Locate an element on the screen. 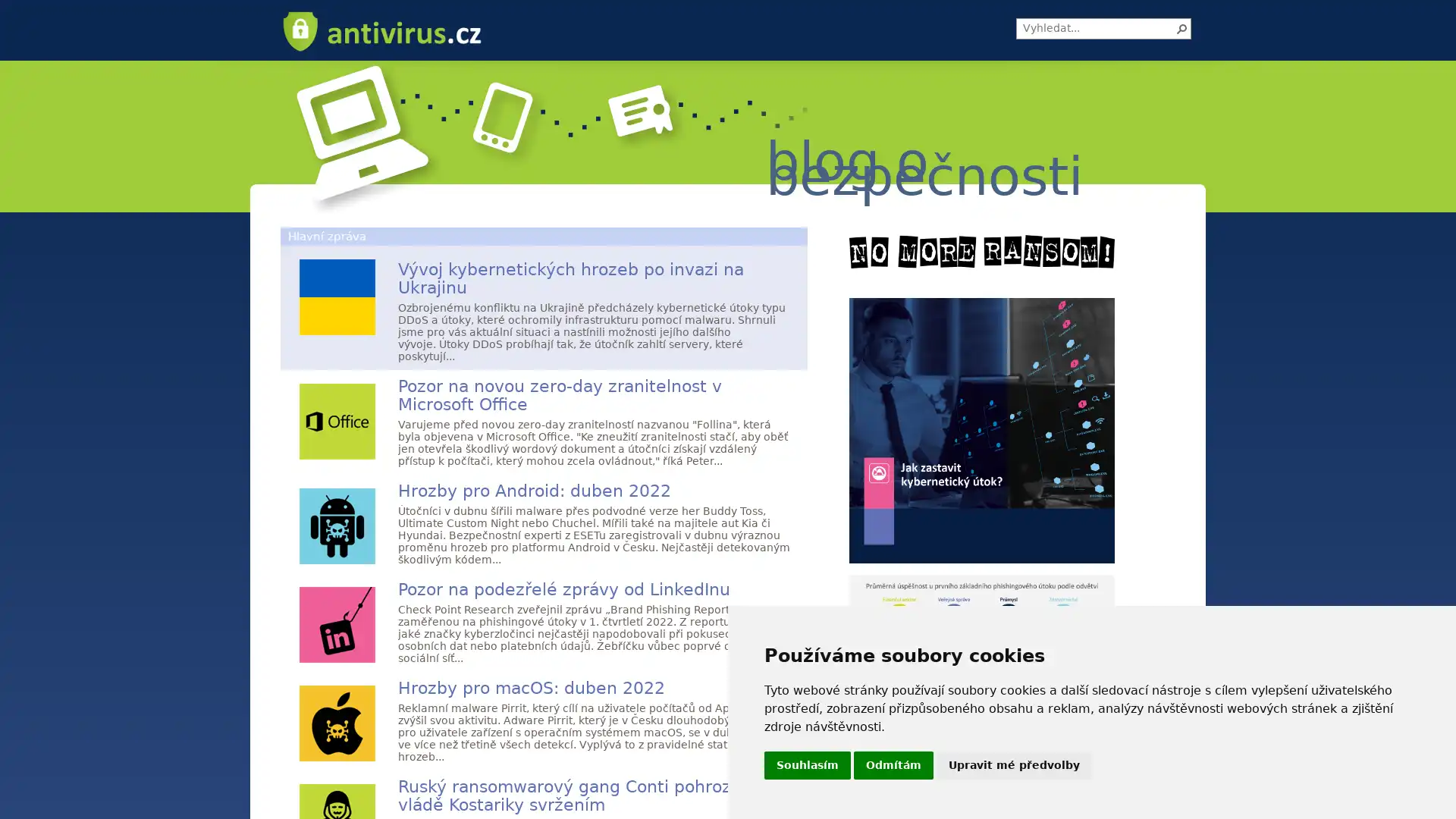 This screenshot has width=1456, height=819. Upravit me predvolby is located at coordinates (1014, 765).